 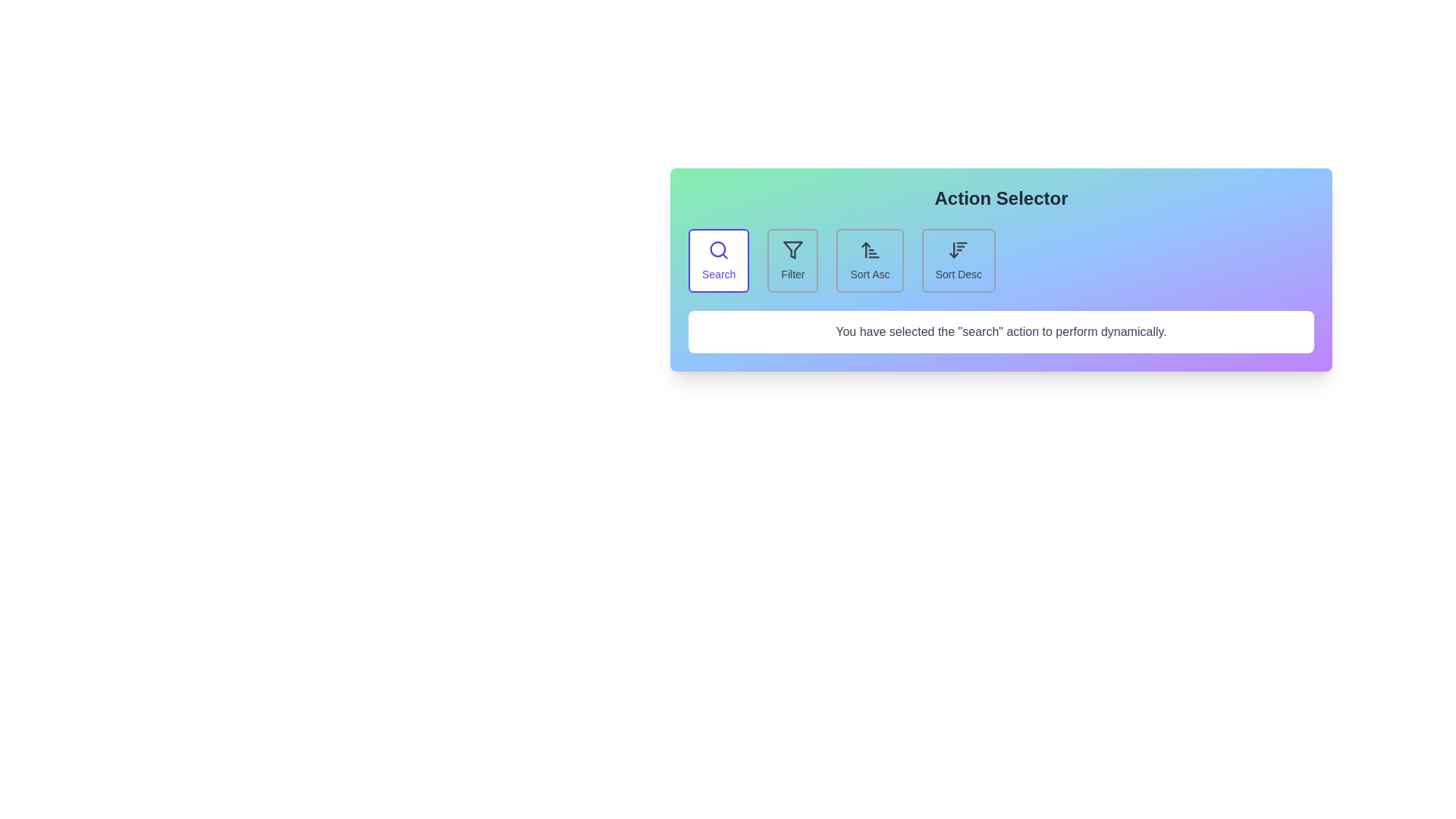 What do you see at coordinates (870, 249) in the screenshot?
I see `the sorting icon located within the 'Sort Asc' button, which is the third button in a row of four inside the 'Action Selector' panel` at bounding box center [870, 249].